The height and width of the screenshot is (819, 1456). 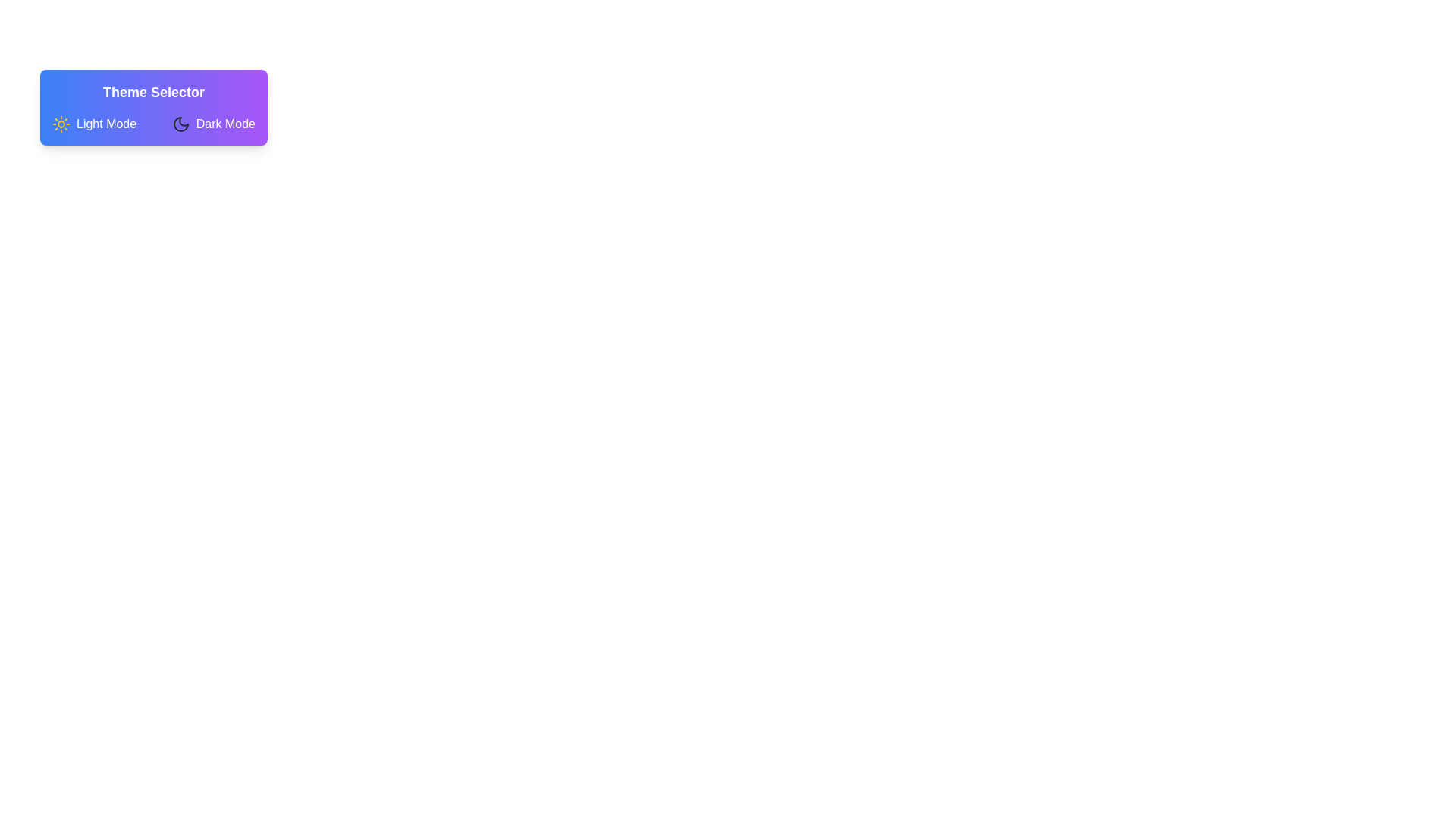 What do you see at coordinates (224, 124) in the screenshot?
I see `the 'Dark Mode' text label styled in white sans-serif font against a gradient background within the 'Theme Selector' card interface` at bounding box center [224, 124].